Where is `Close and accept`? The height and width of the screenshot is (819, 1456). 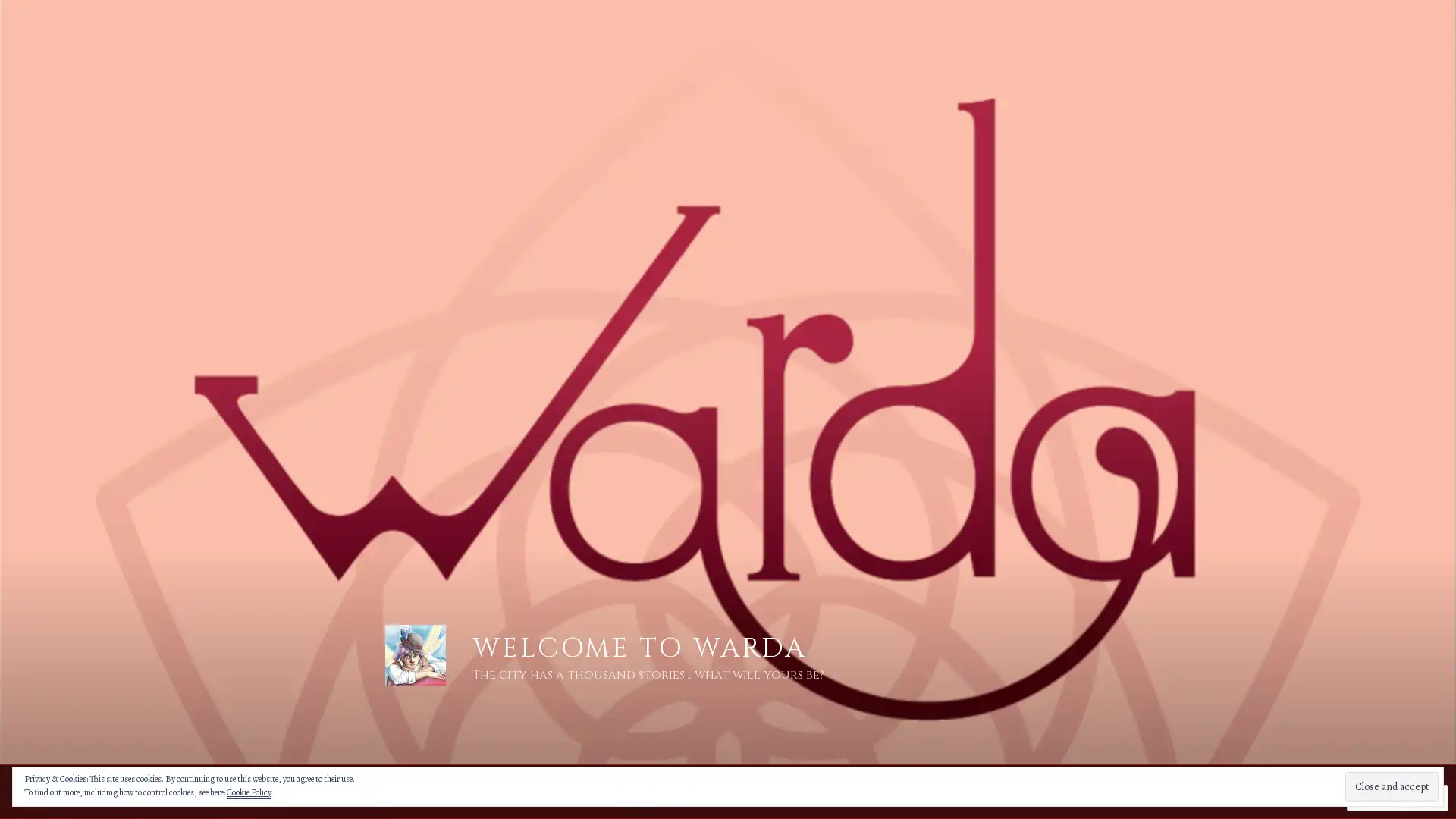 Close and accept is located at coordinates (1392, 786).